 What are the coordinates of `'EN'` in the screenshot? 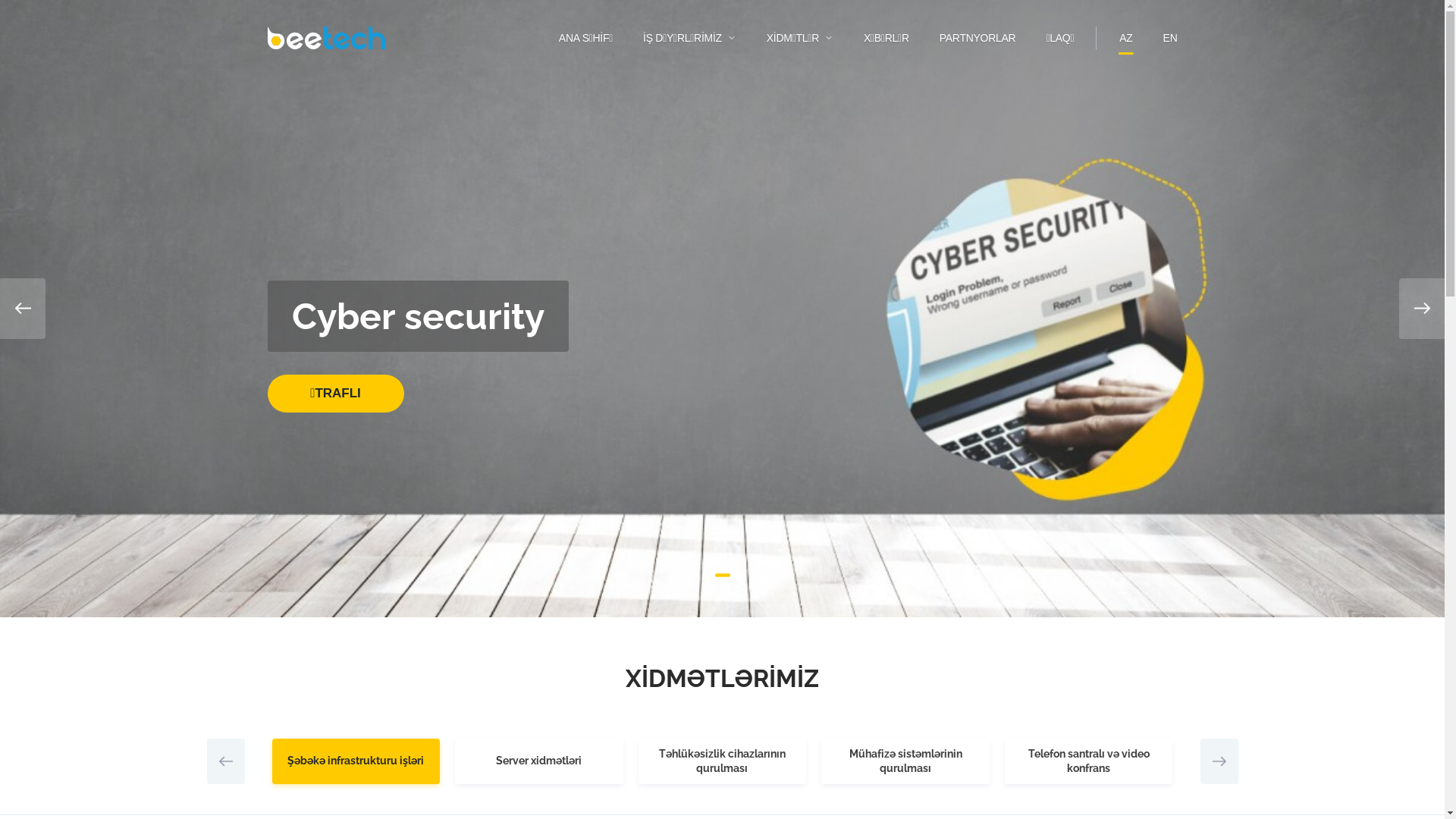 It's located at (1169, 37).